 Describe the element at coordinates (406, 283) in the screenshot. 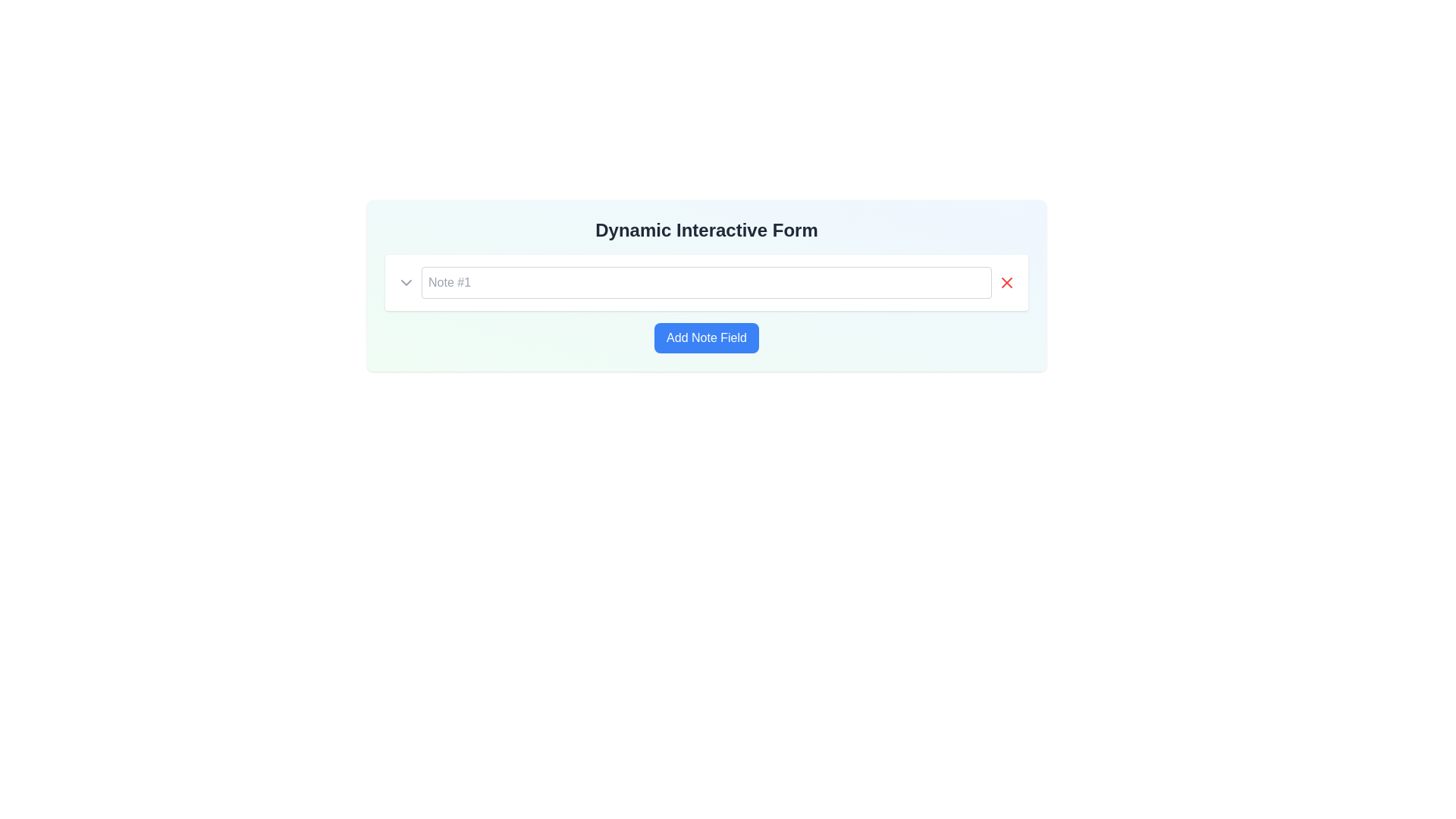

I see `the chevron icon located to the left of the 'Note #1' text field` at that location.